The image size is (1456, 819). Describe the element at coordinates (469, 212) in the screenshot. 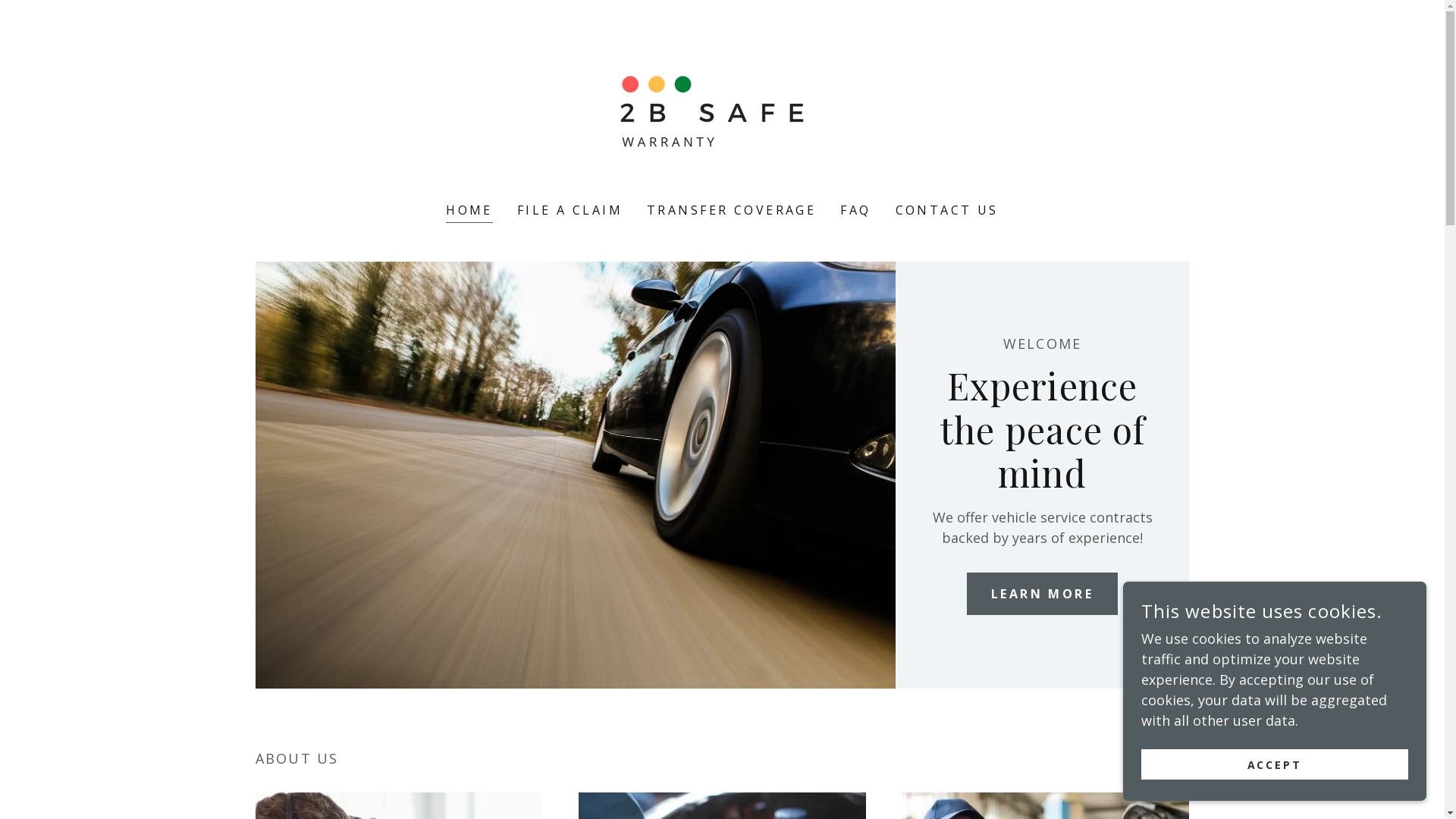

I see `'HOME'` at that location.